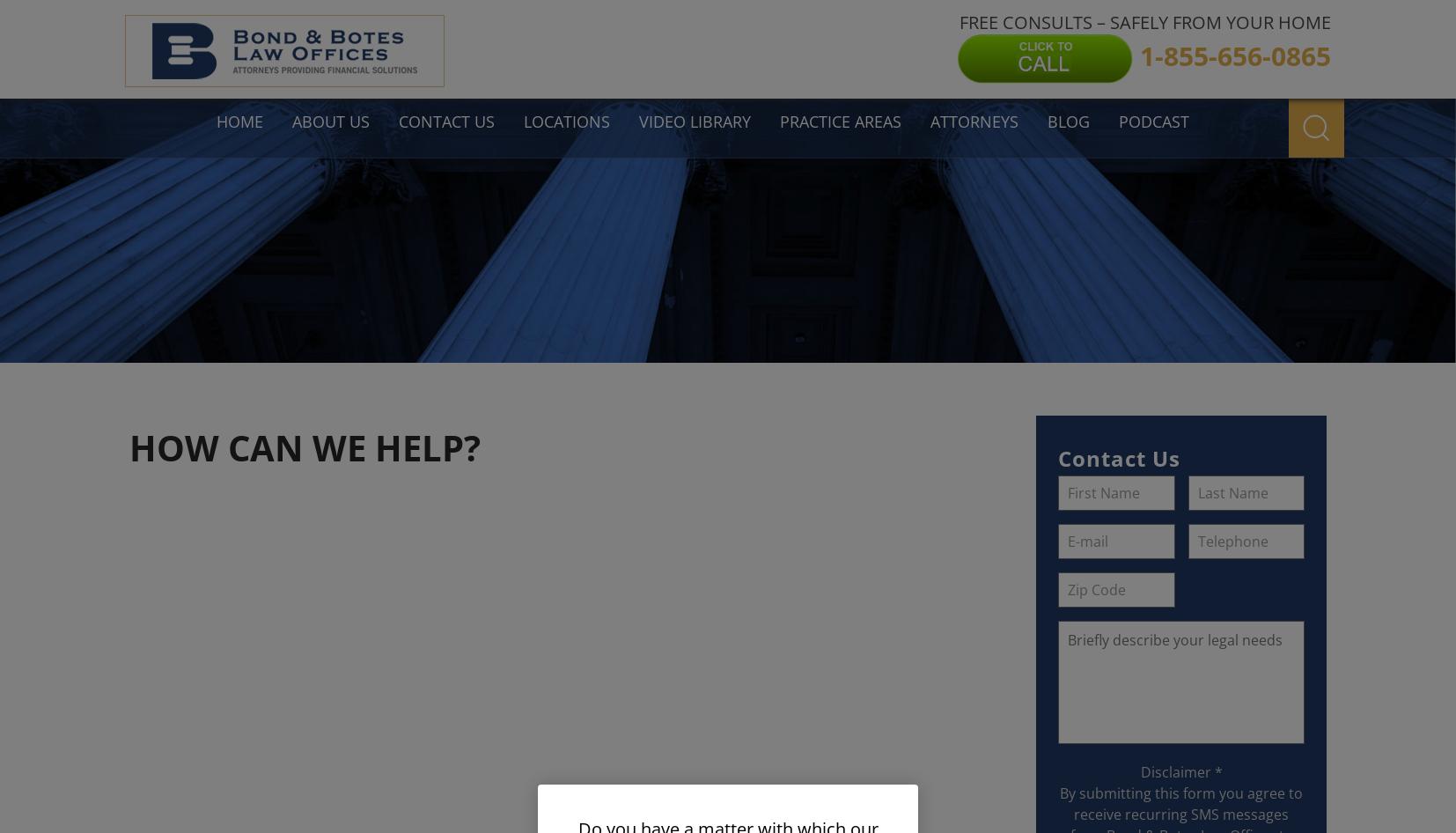 This screenshot has width=1456, height=833. What do you see at coordinates (694, 121) in the screenshot?
I see `'Video Library'` at bounding box center [694, 121].